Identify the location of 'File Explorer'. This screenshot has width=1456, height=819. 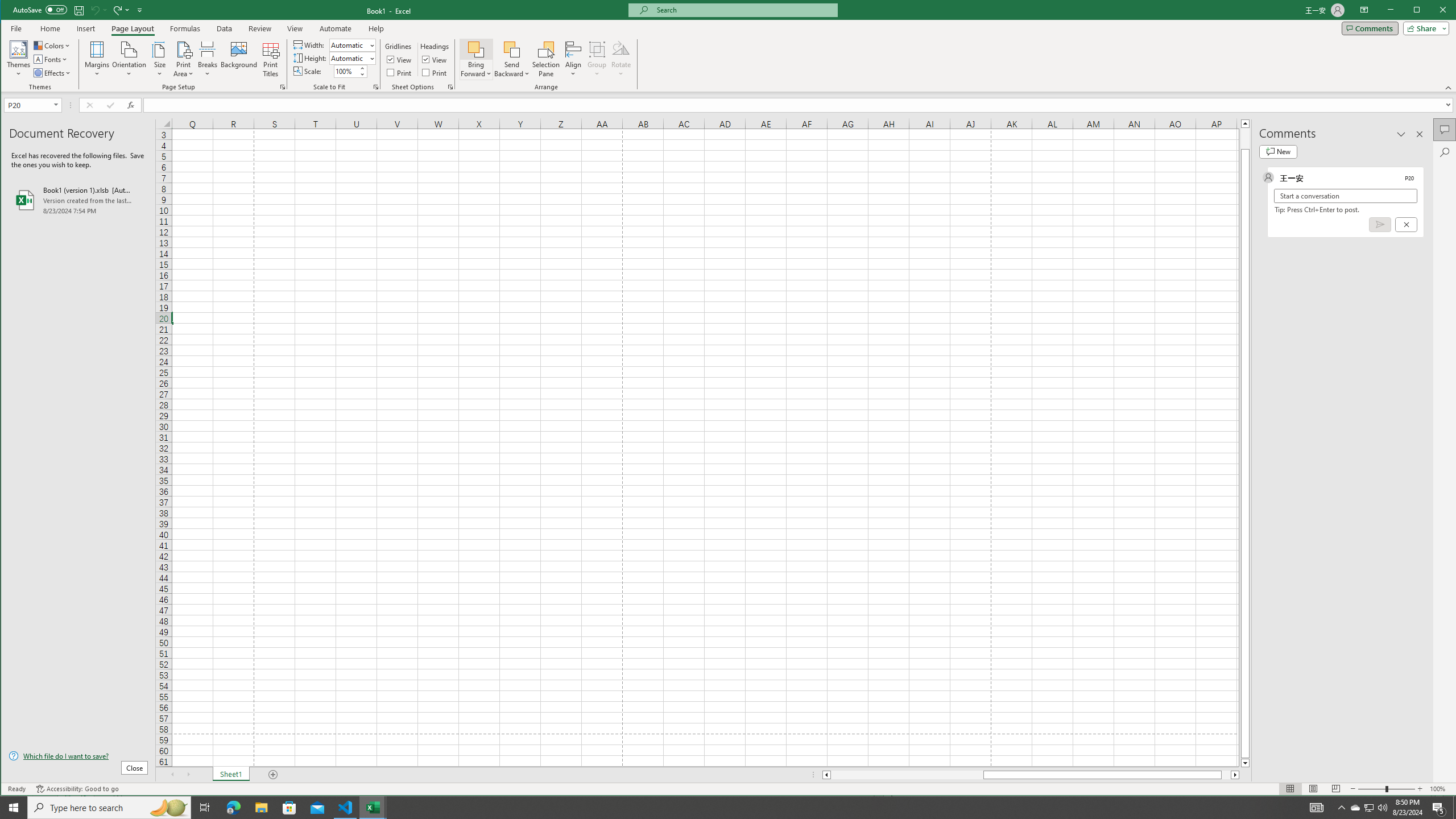
(260, 806).